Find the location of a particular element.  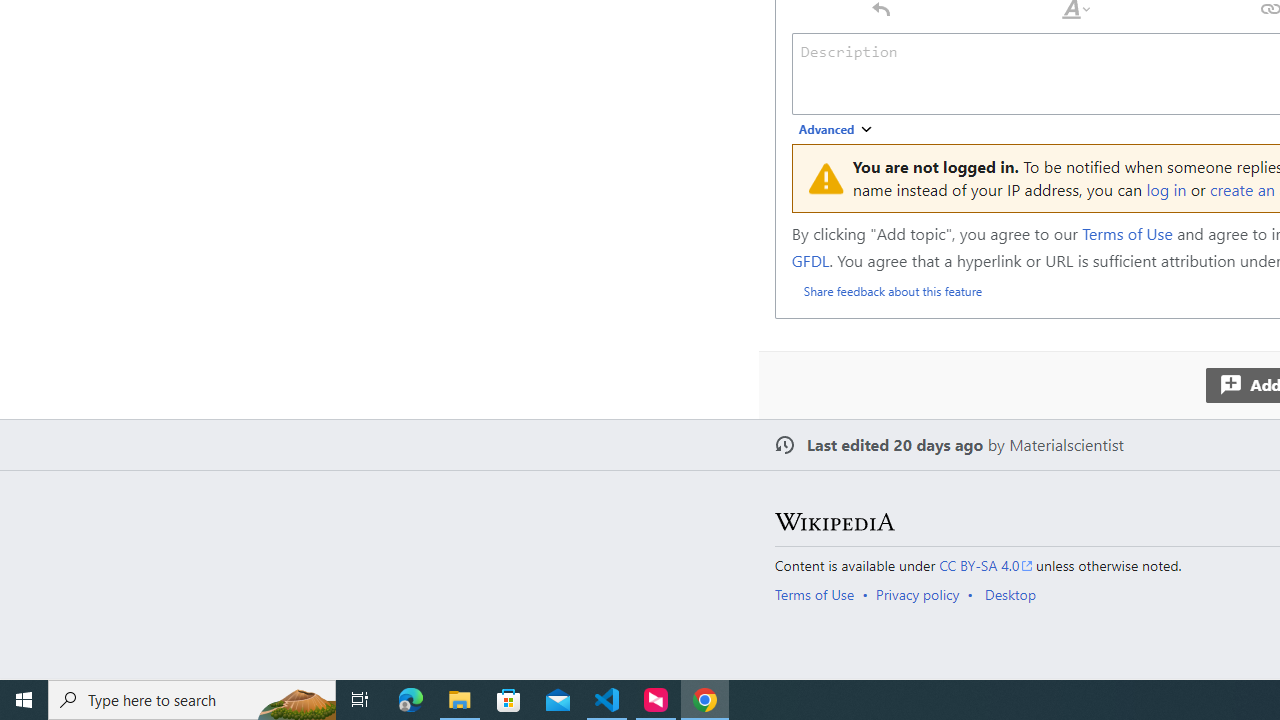

'Share feedback about this feature' is located at coordinates (891, 290).